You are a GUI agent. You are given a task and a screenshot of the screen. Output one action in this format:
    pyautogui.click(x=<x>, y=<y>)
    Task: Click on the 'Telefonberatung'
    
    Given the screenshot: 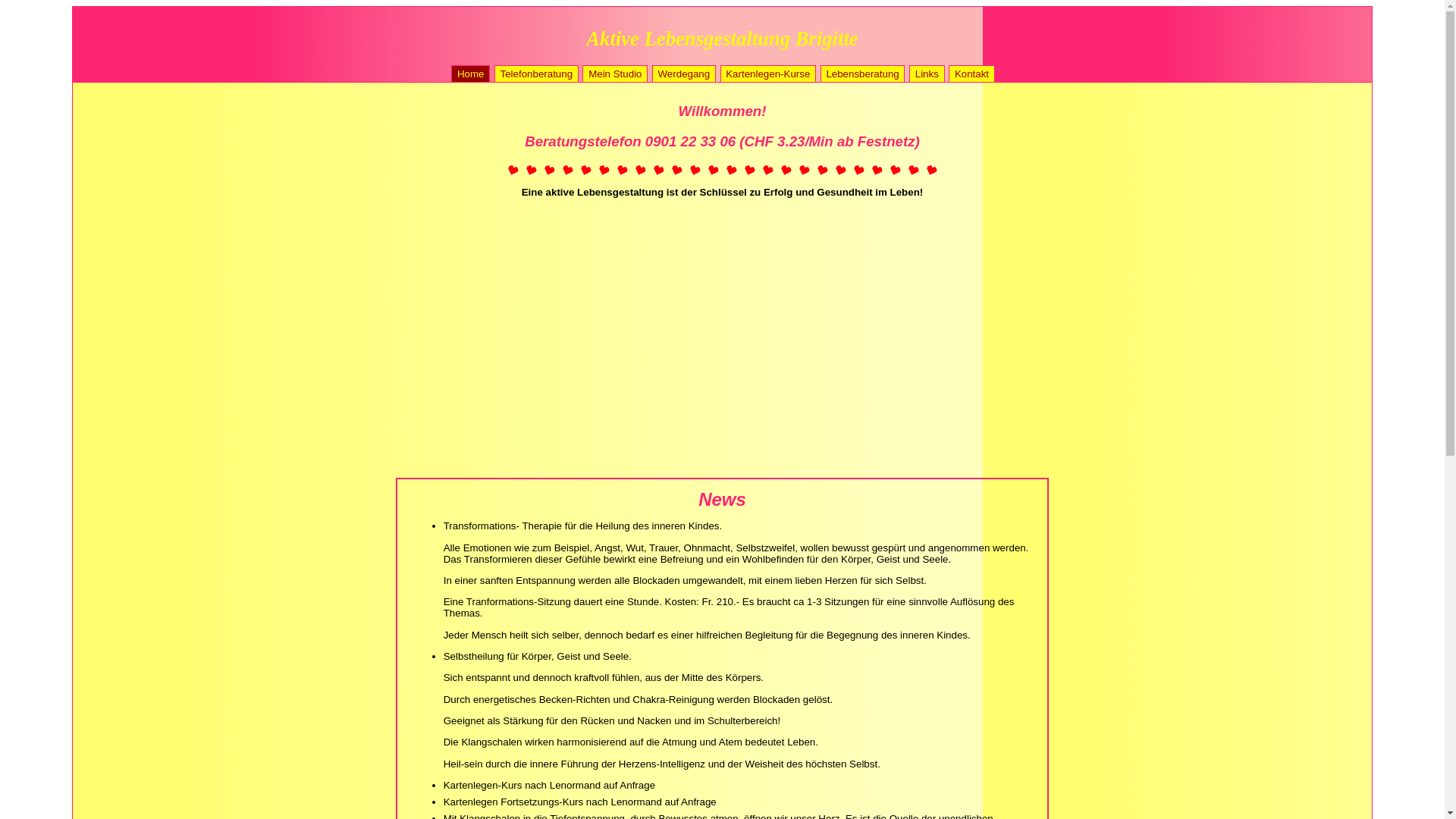 What is the action you would take?
    pyautogui.click(x=536, y=73)
    